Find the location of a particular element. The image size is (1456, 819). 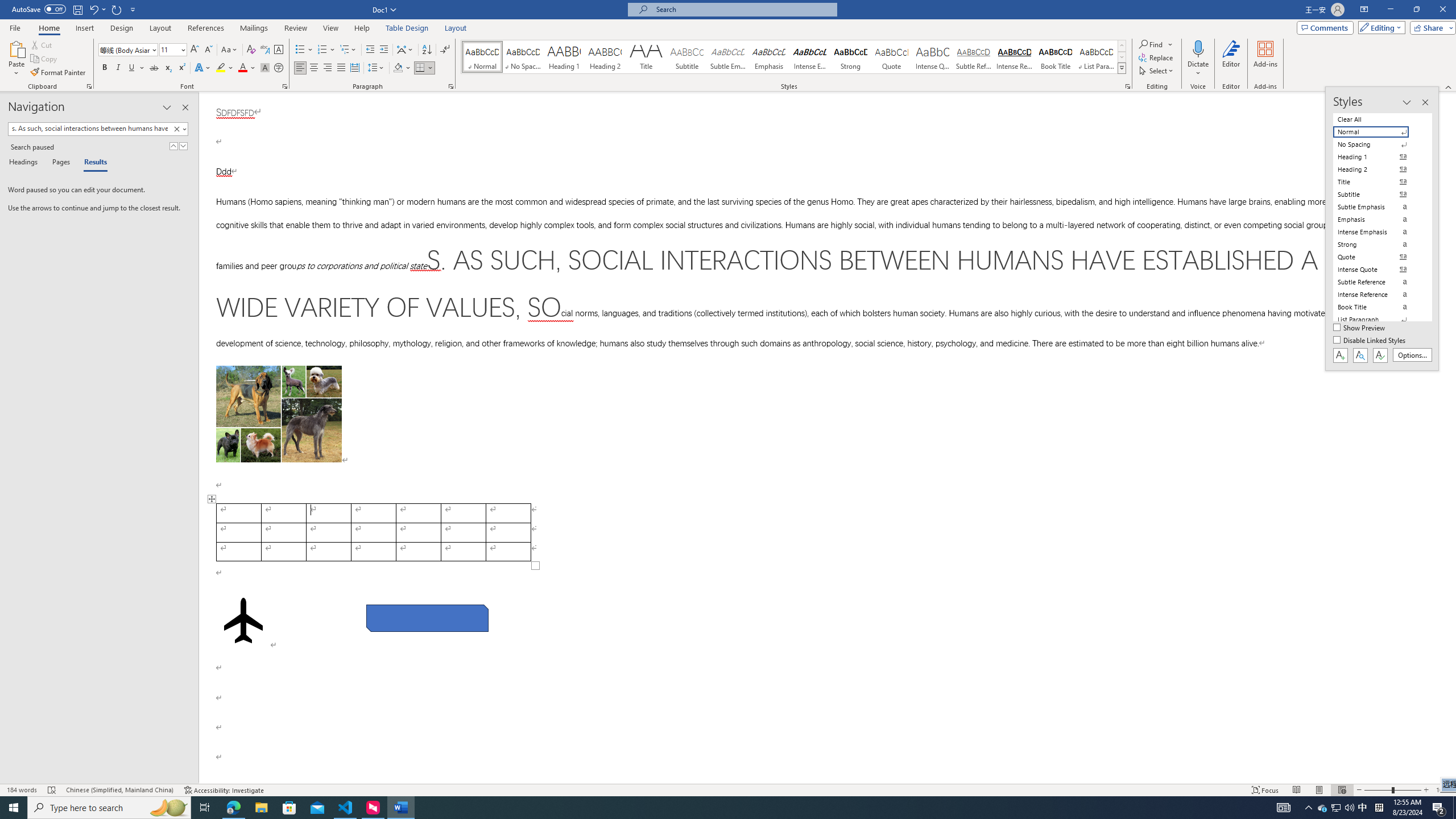

'Line and Paragraph Spacing' is located at coordinates (377, 67).